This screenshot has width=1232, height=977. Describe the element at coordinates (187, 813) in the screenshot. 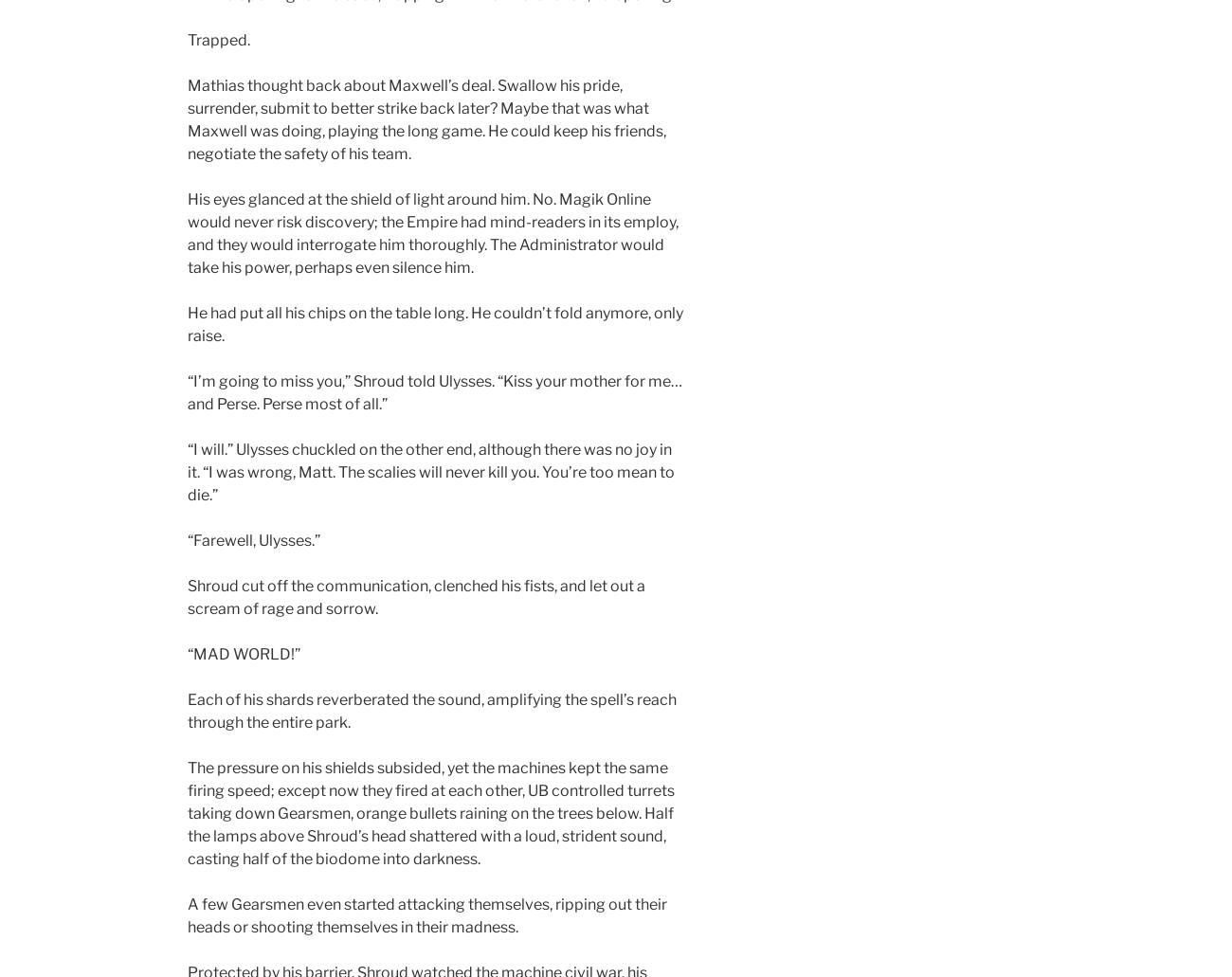

I see `'The pressure on his shields subsided, yet the machines kept the same firing speed; except now they fired at each other, UB controlled turrets taking down Gearsmen, orange bullets raining on the trees below. Half the lamps above Shroud’s head shattered with a loud, strident sound, casting half of the biodome into darkness.'` at that location.